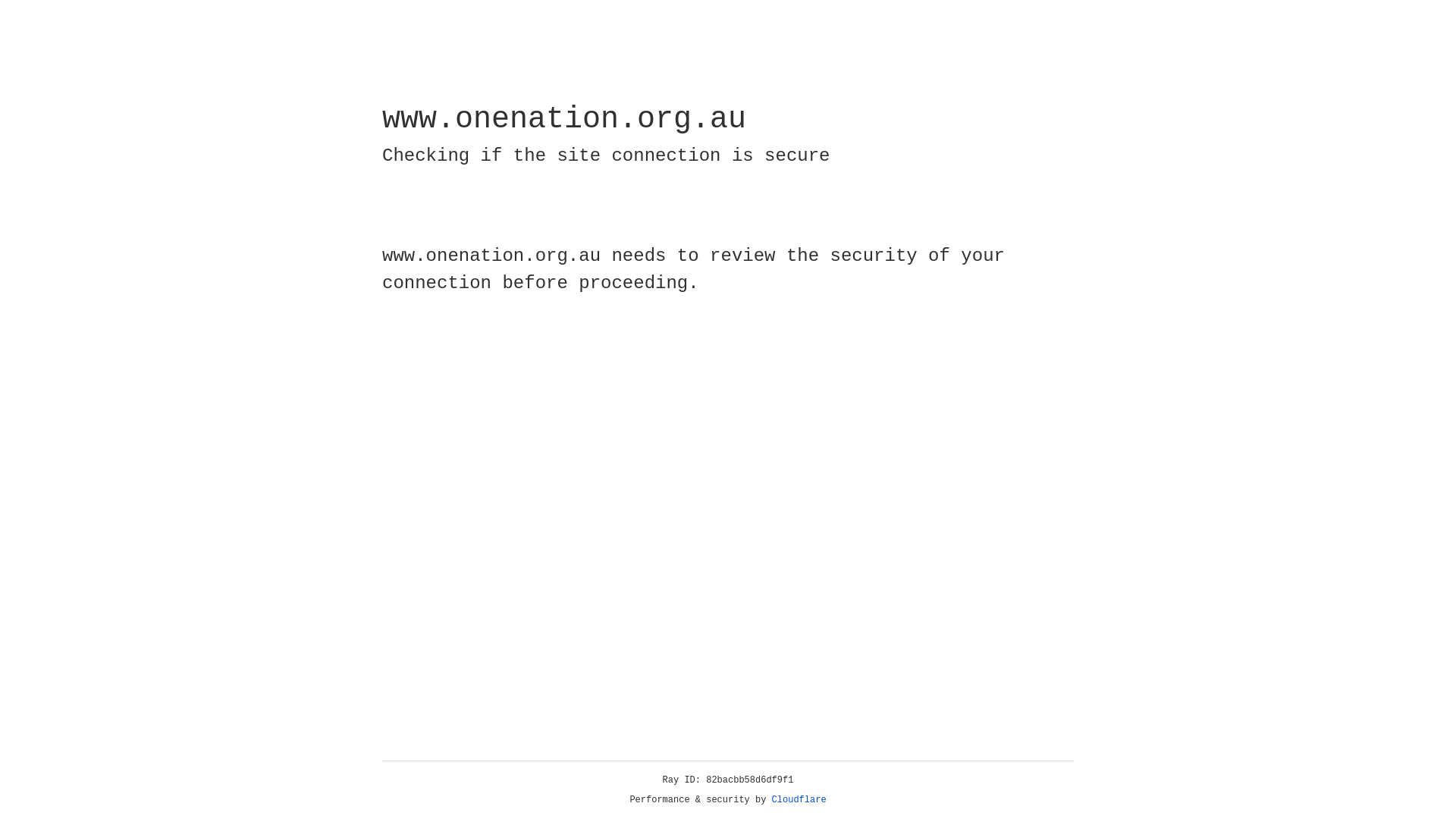 This screenshot has height=819, width=1456. I want to click on 'Cloudflare', so click(799, 799).